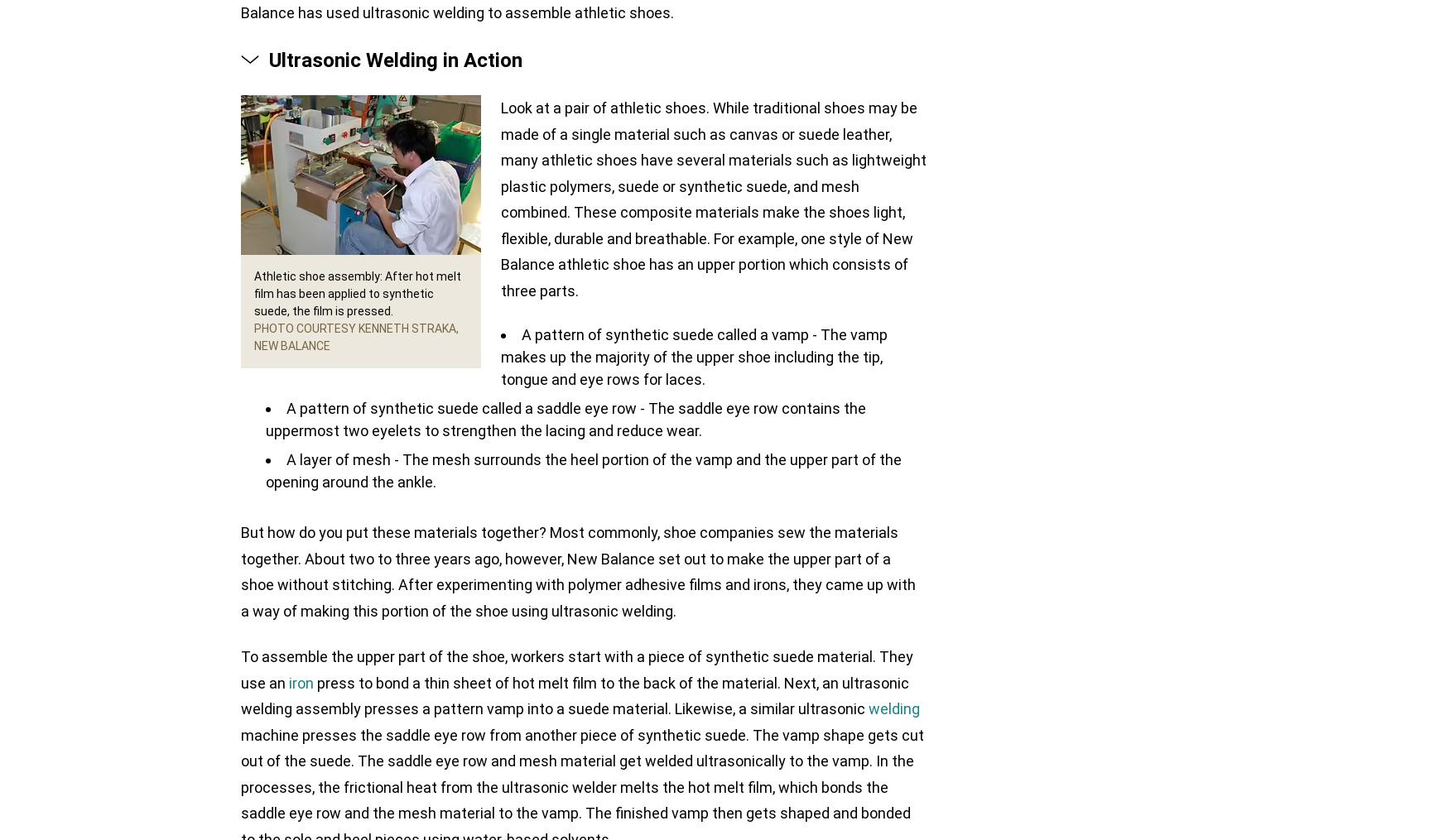 The width and height of the screenshot is (1449, 840). What do you see at coordinates (584, 471) in the screenshot?
I see `'A layer of mesh - The mesh surrounds the heel portion of the vamp and the upper part of the opening around the ankle.'` at bounding box center [584, 471].